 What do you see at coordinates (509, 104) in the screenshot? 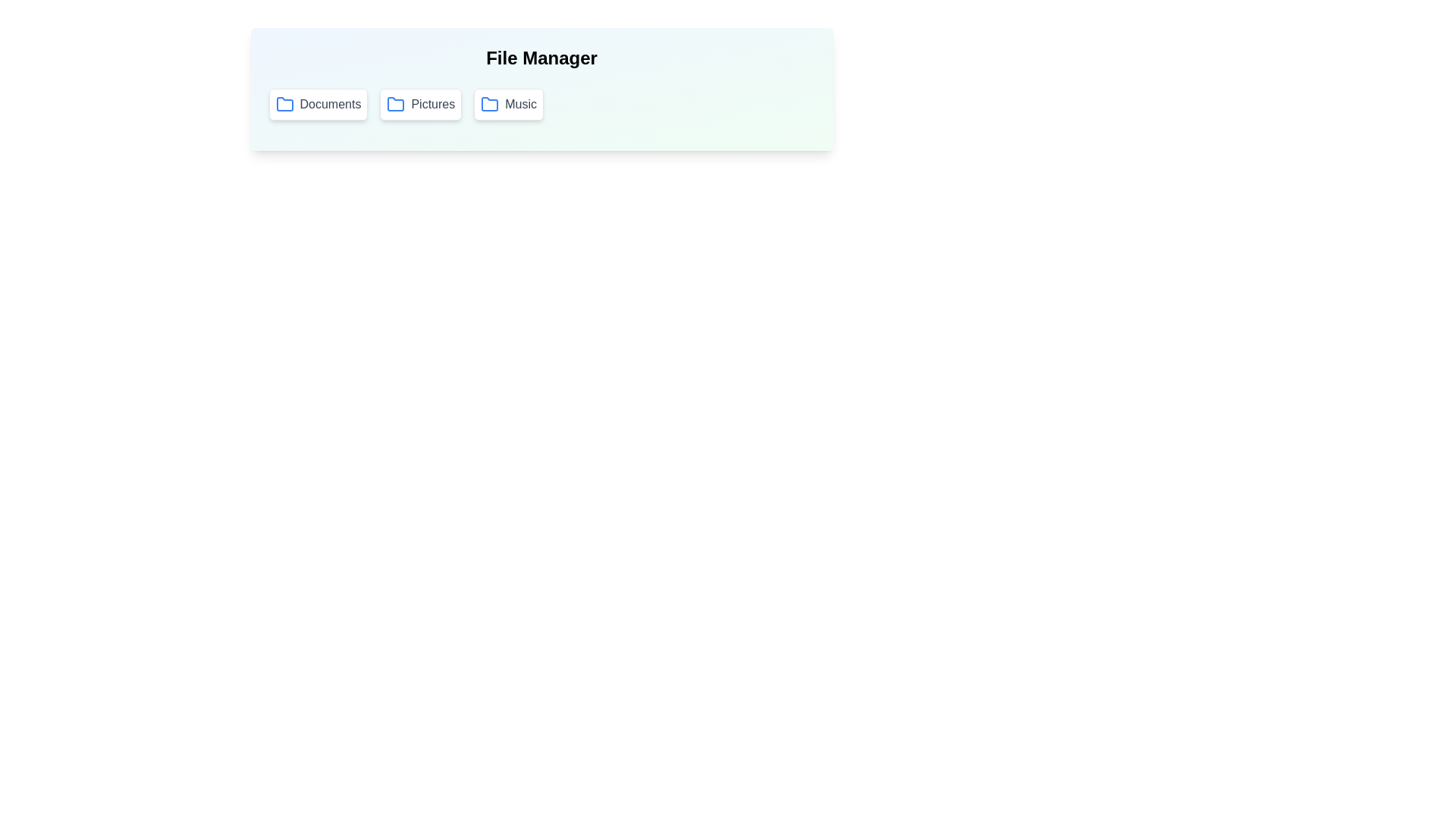
I see `the folder button labeled Music to select it` at bounding box center [509, 104].